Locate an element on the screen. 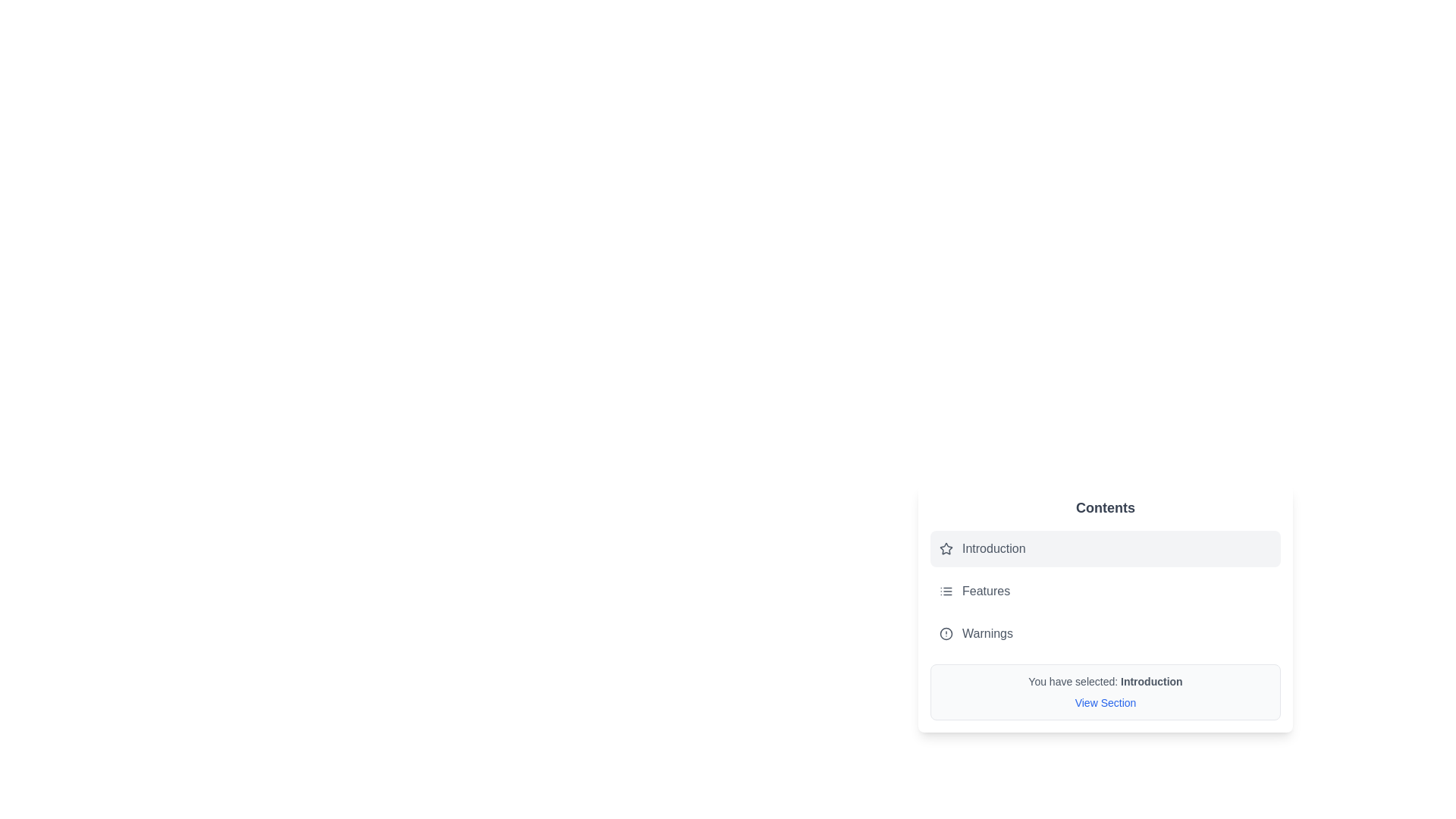 This screenshot has width=1456, height=819. decorative icon located in the top-left region of the 'Introduction' section within the contents panel is located at coordinates (946, 548).